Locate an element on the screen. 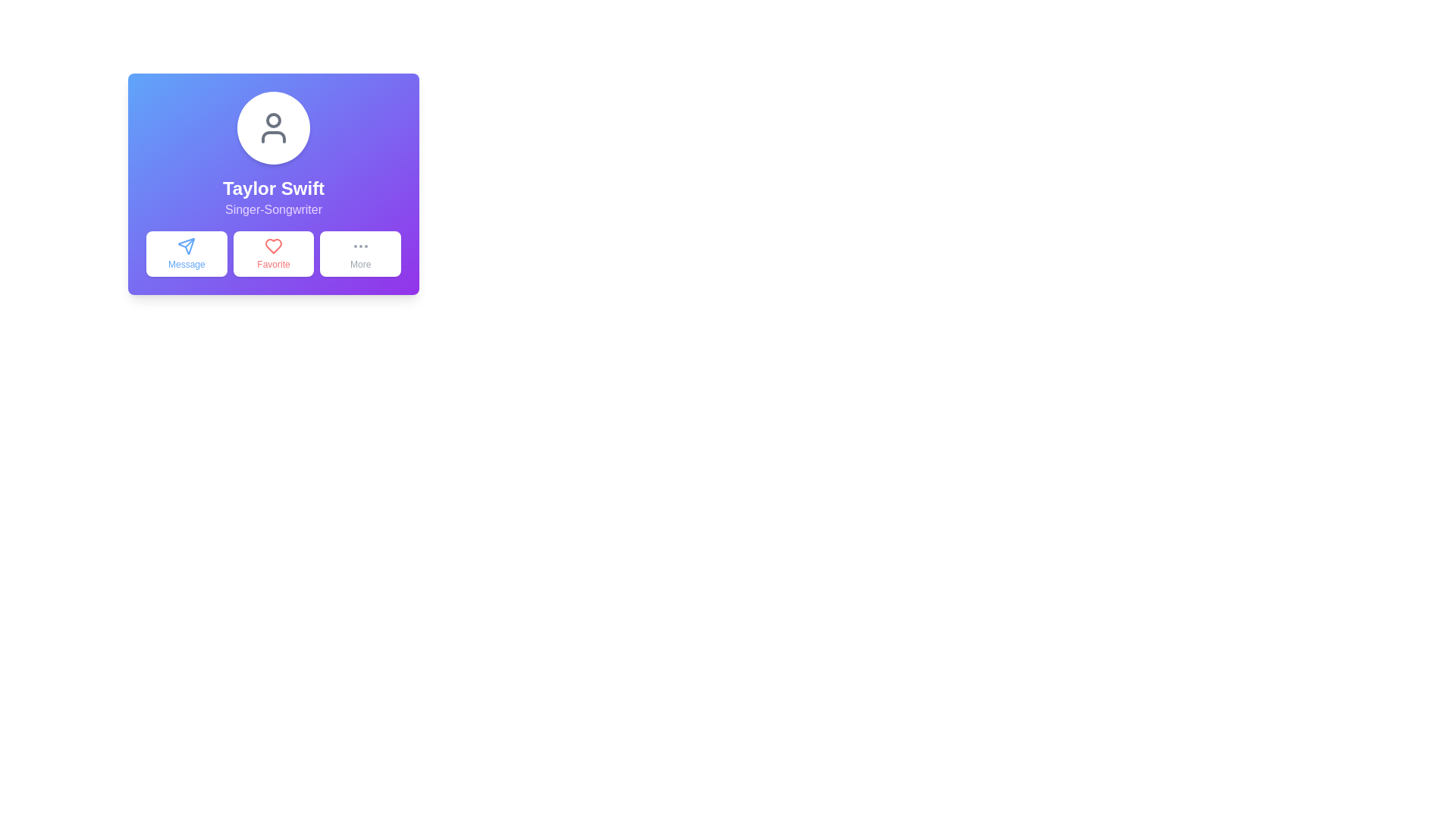  the heart icon inside the 'Favorite' button is located at coordinates (273, 245).